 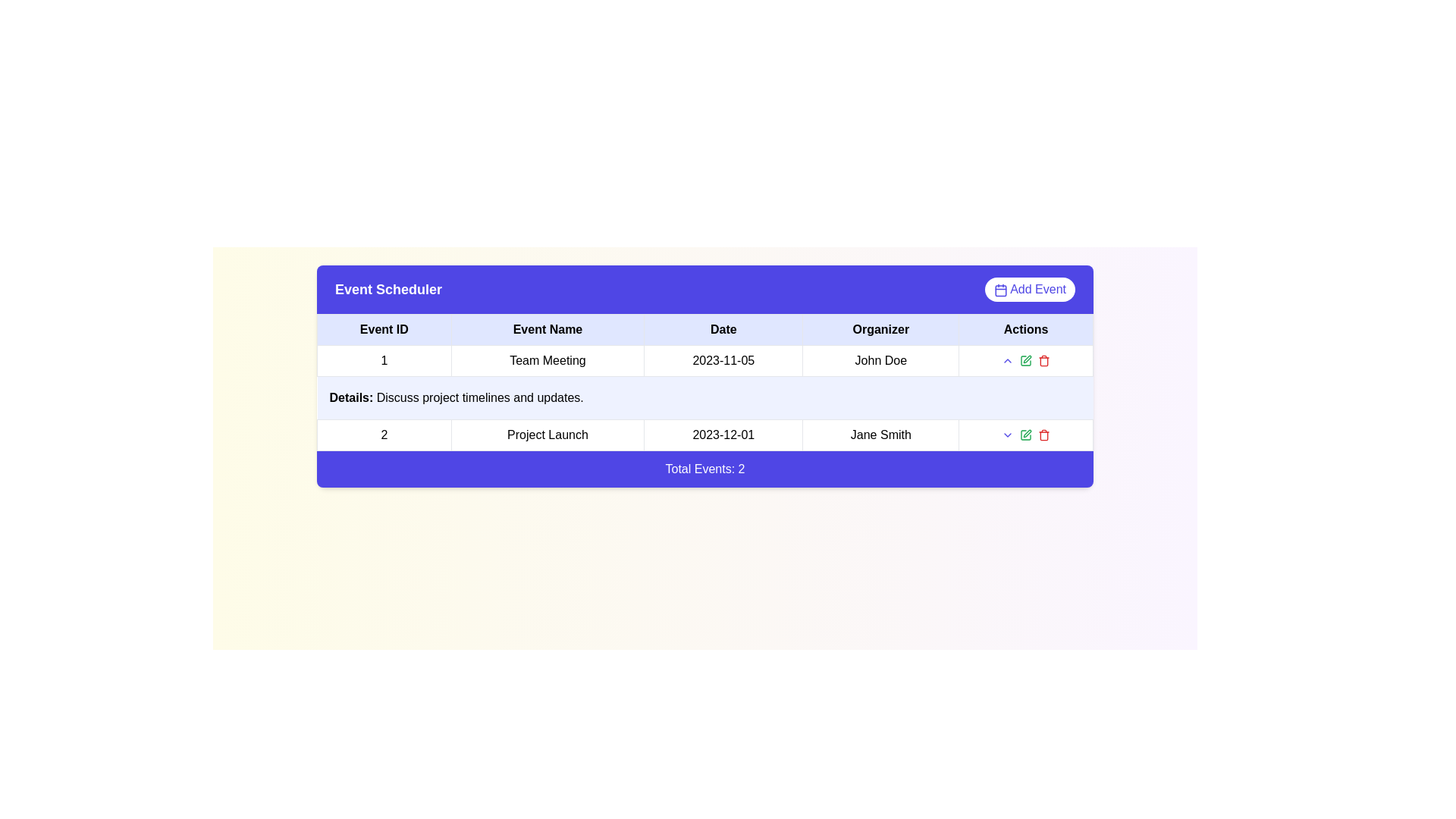 What do you see at coordinates (1043, 360) in the screenshot?
I see `the red trash bin icon in the 'Actions' column of the second table row` at bounding box center [1043, 360].